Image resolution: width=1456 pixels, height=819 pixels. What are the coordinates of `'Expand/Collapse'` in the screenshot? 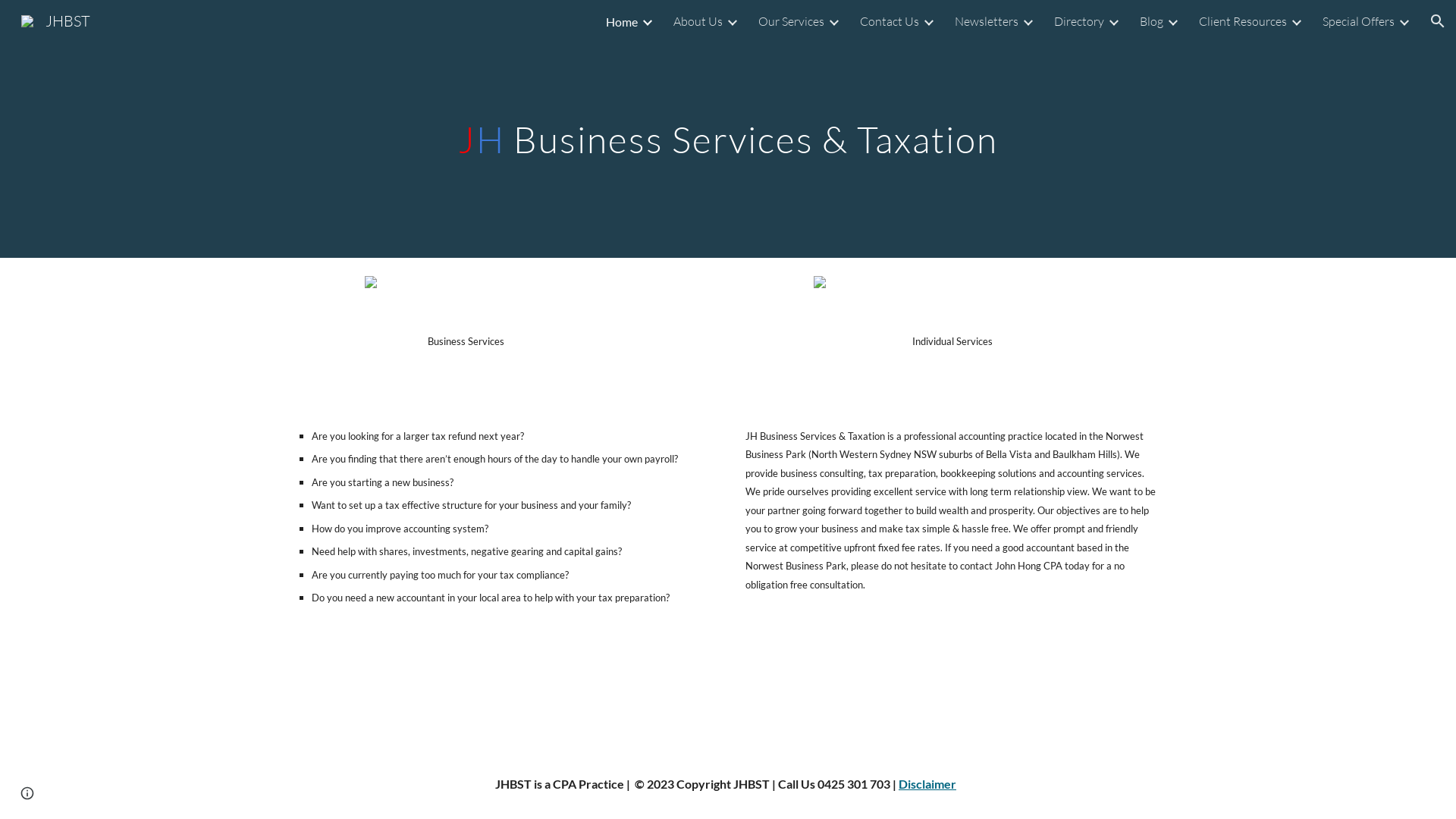 It's located at (1113, 20).